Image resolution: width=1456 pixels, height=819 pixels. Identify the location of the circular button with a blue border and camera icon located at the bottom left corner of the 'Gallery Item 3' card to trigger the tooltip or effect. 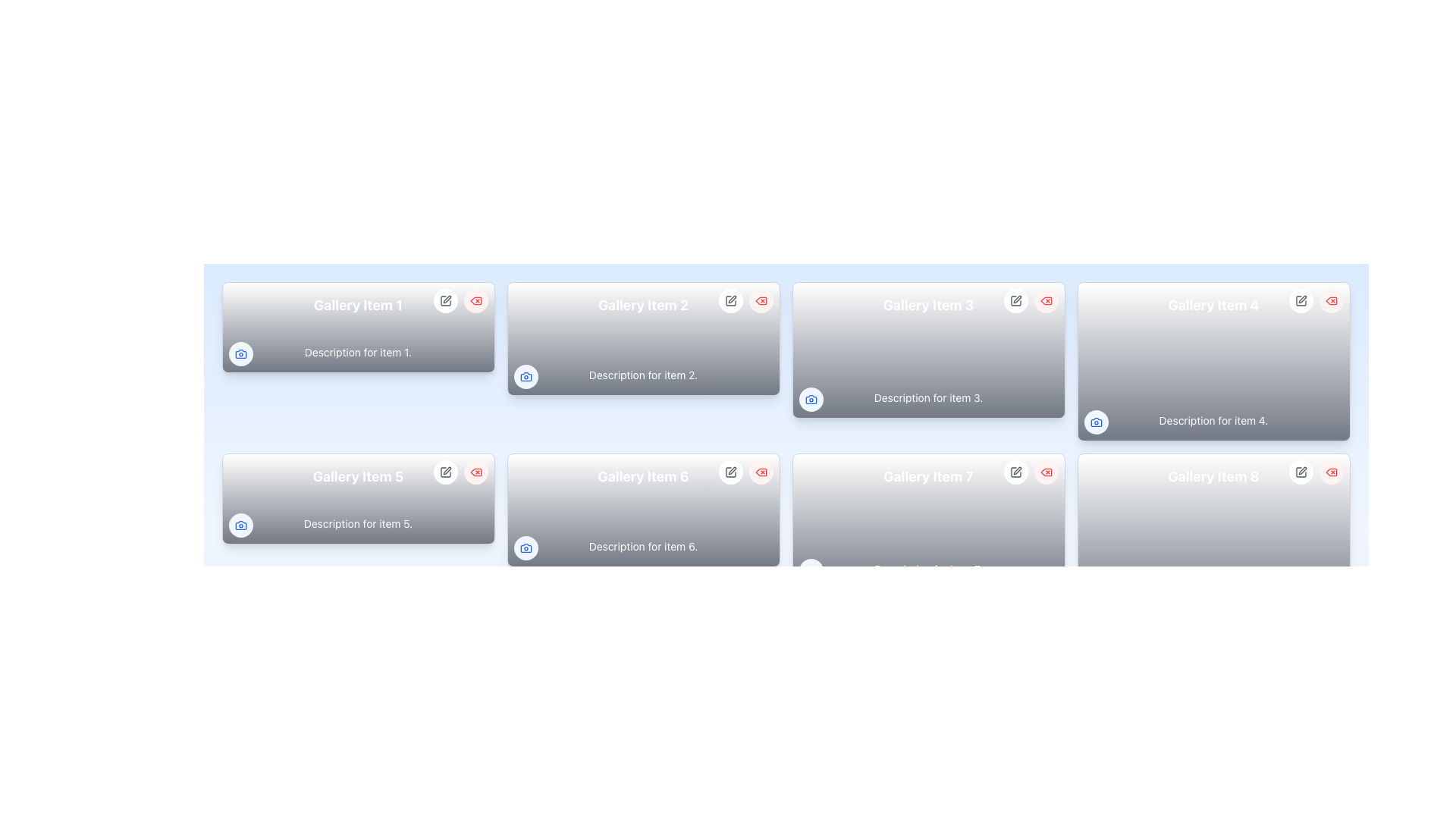
(810, 399).